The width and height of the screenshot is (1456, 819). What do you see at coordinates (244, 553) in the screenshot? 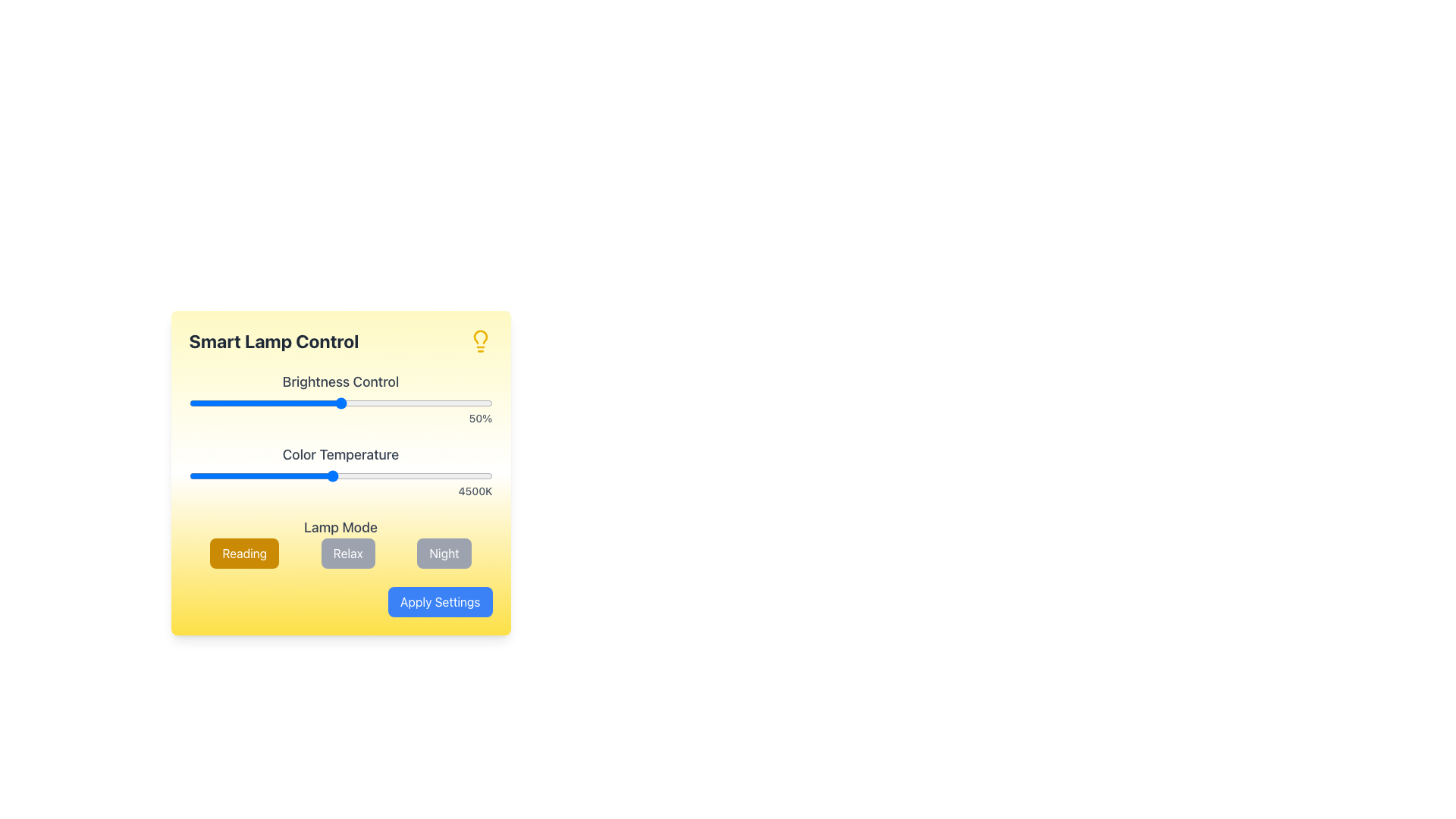
I see `the 'Reading' button, which is a rectangular button with rounded corners, featuring white text on a yellow-orange background, located at the bottom of the 'Lamp Mode' section` at bounding box center [244, 553].